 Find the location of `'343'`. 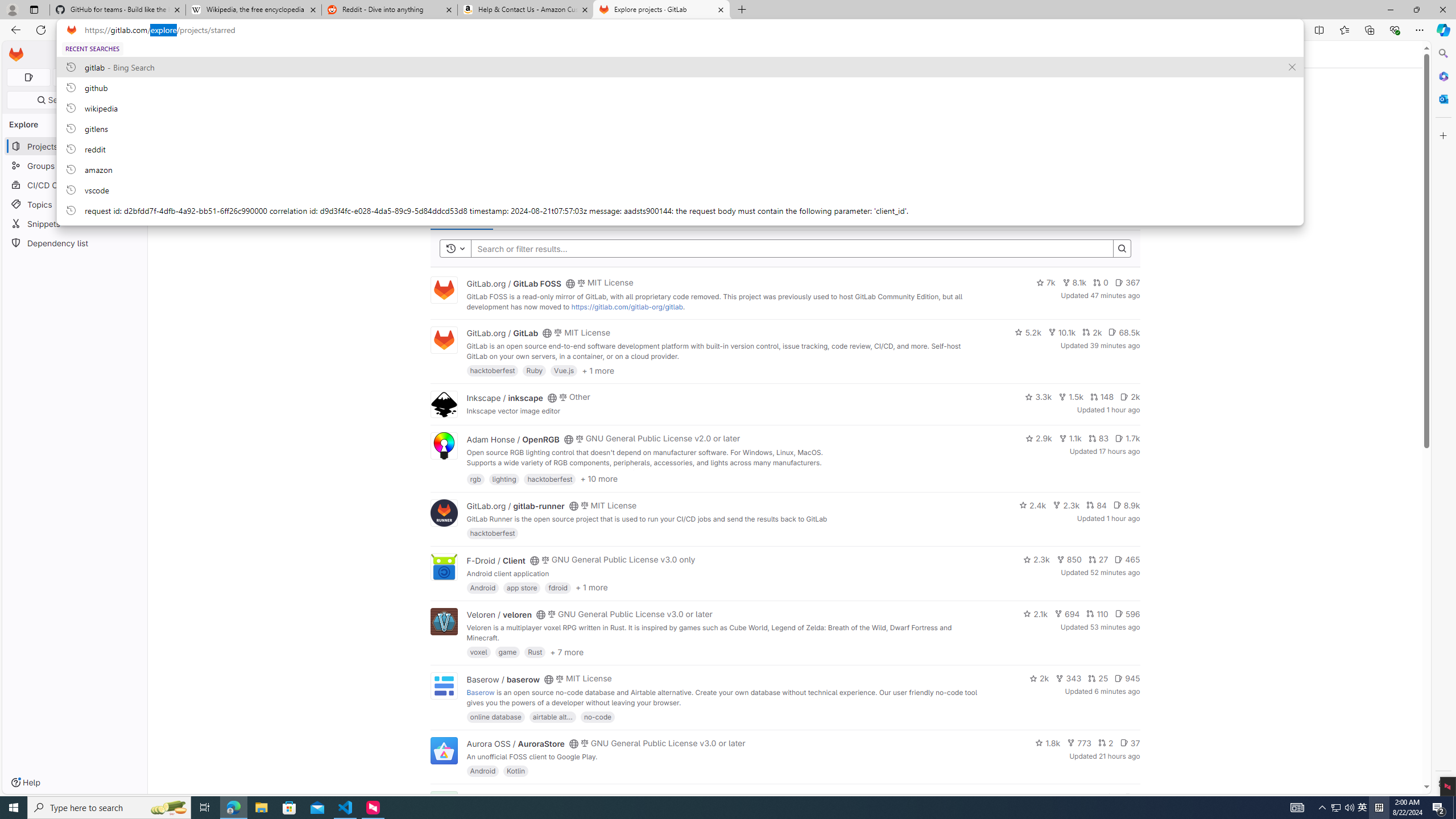

'343' is located at coordinates (1069, 678).